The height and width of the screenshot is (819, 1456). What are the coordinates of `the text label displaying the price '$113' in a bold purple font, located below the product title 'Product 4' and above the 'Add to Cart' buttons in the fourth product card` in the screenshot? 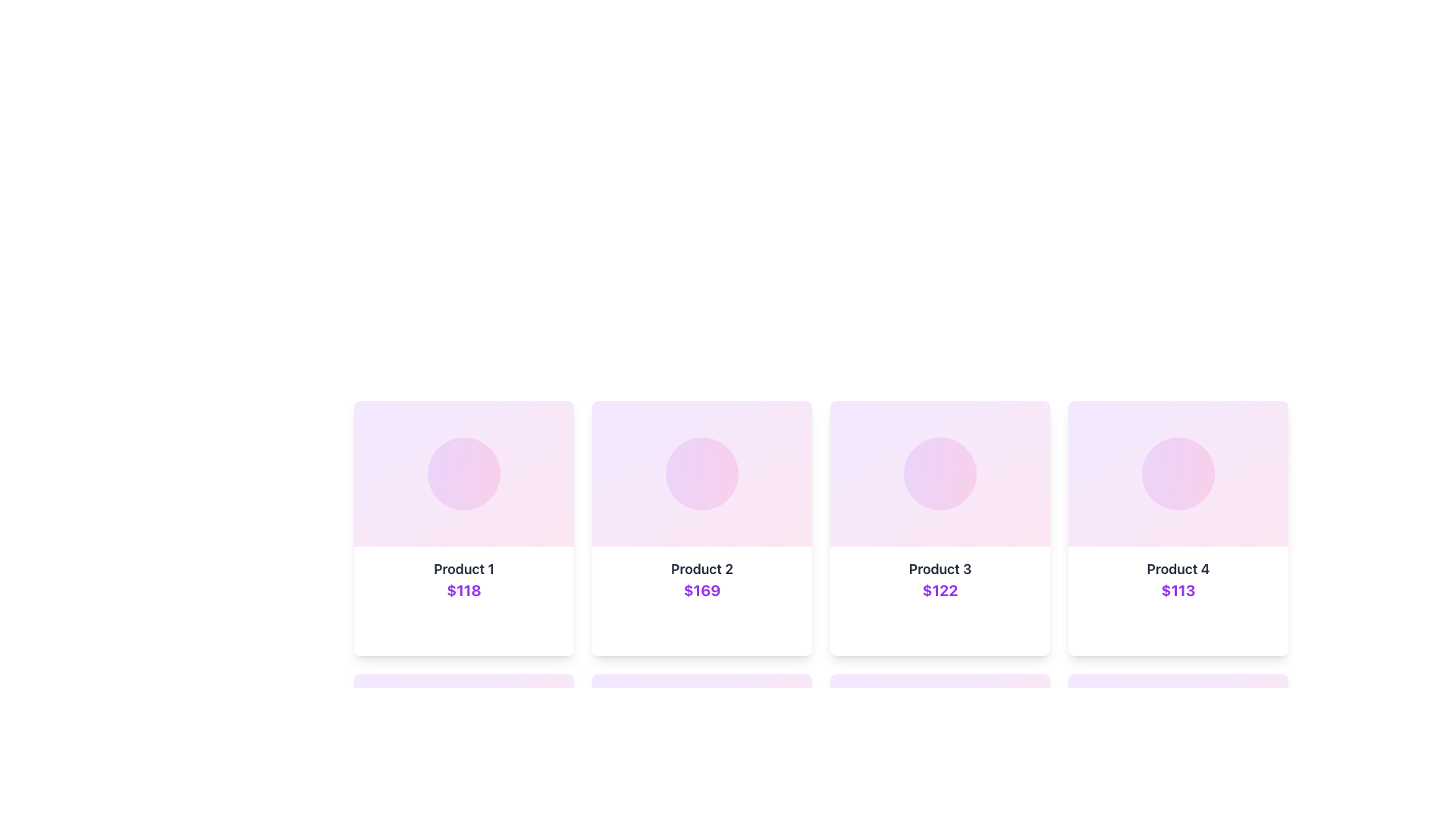 It's located at (1178, 590).